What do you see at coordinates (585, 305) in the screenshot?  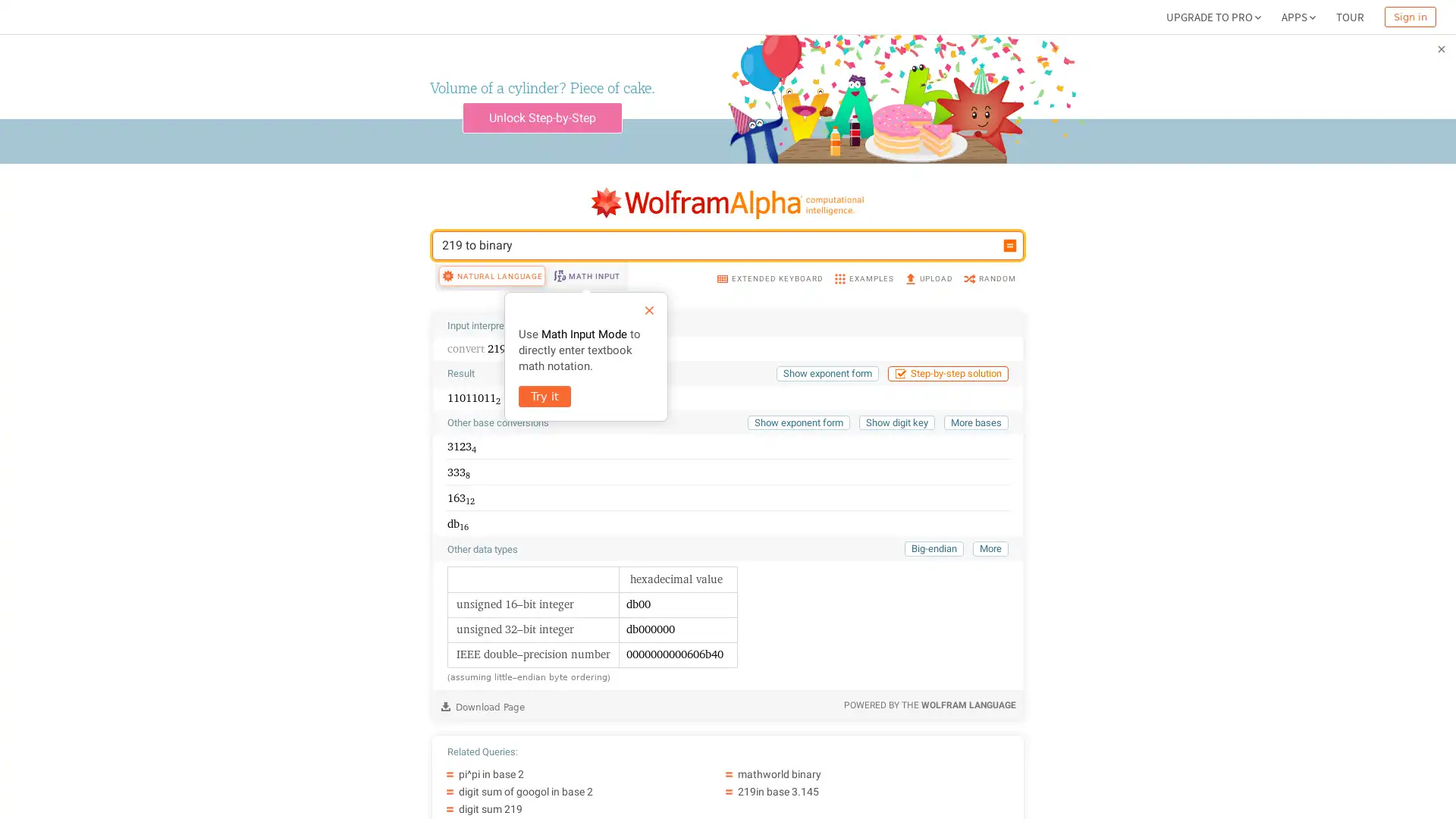 I see `MATH INPUT` at bounding box center [585, 305].